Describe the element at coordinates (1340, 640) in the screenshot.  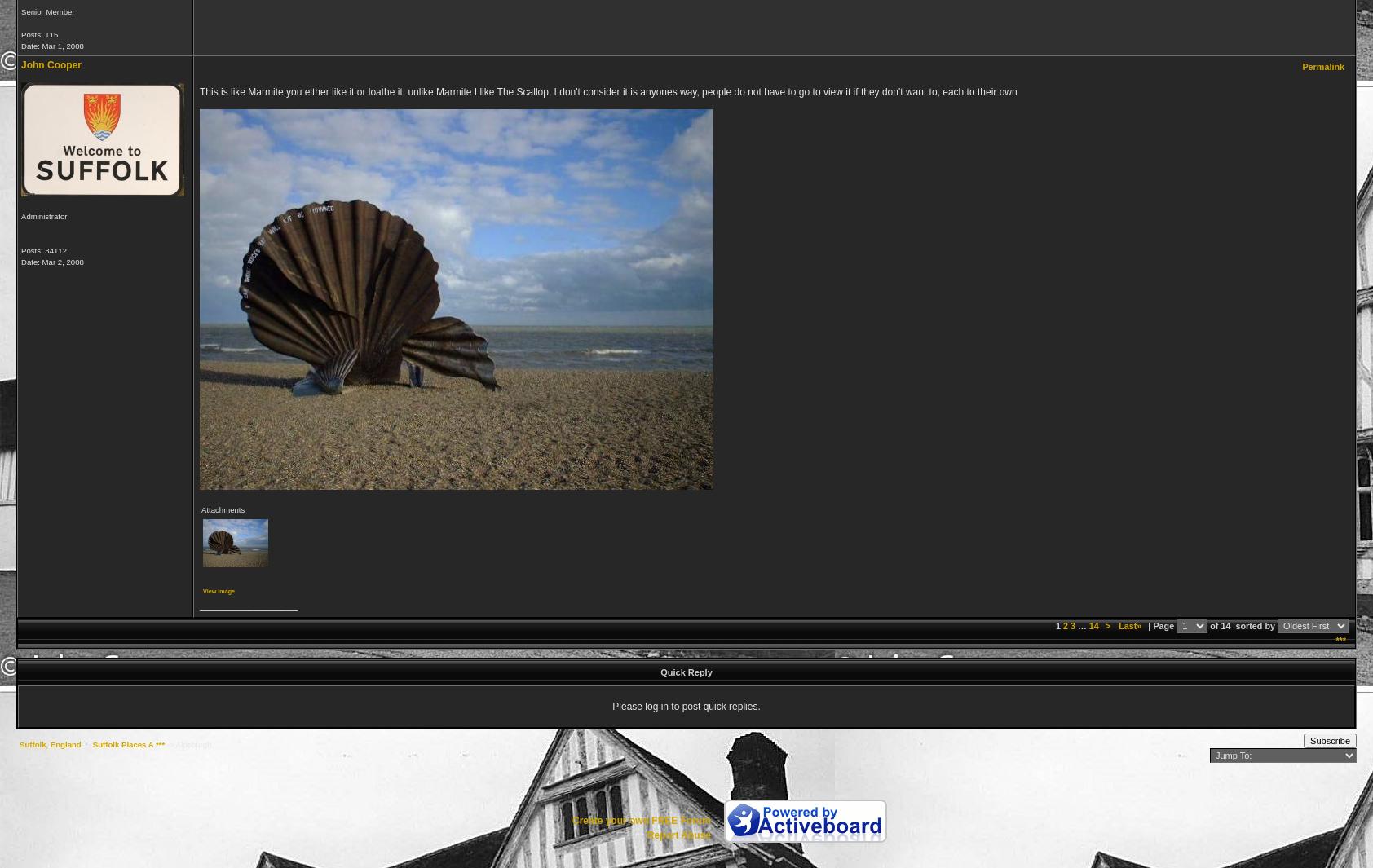
I see `'***'` at that location.